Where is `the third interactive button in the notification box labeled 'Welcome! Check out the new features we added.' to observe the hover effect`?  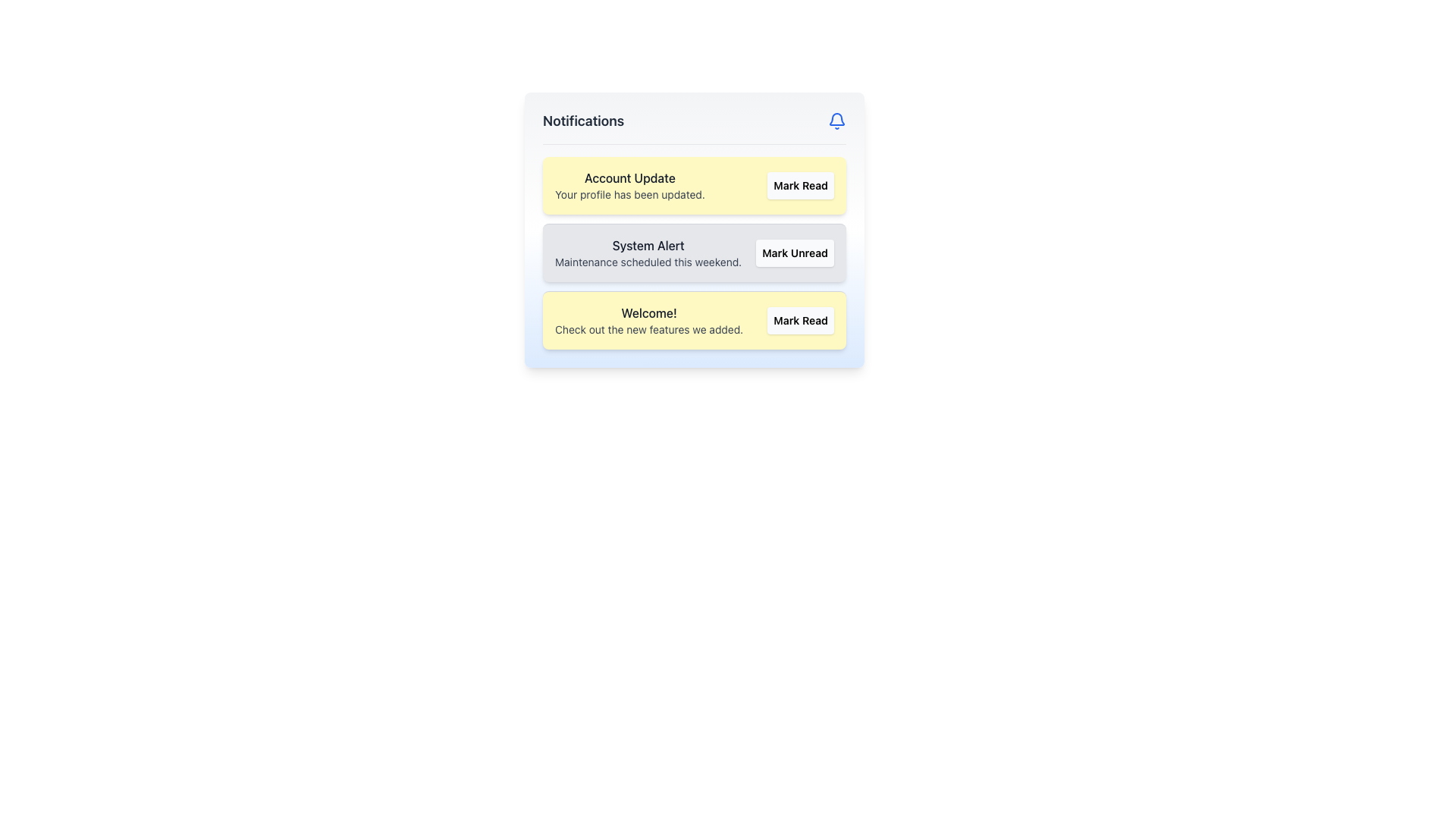 the third interactive button in the notification box labeled 'Welcome! Check out the new features we added.' to observe the hover effect is located at coordinates (800, 320).